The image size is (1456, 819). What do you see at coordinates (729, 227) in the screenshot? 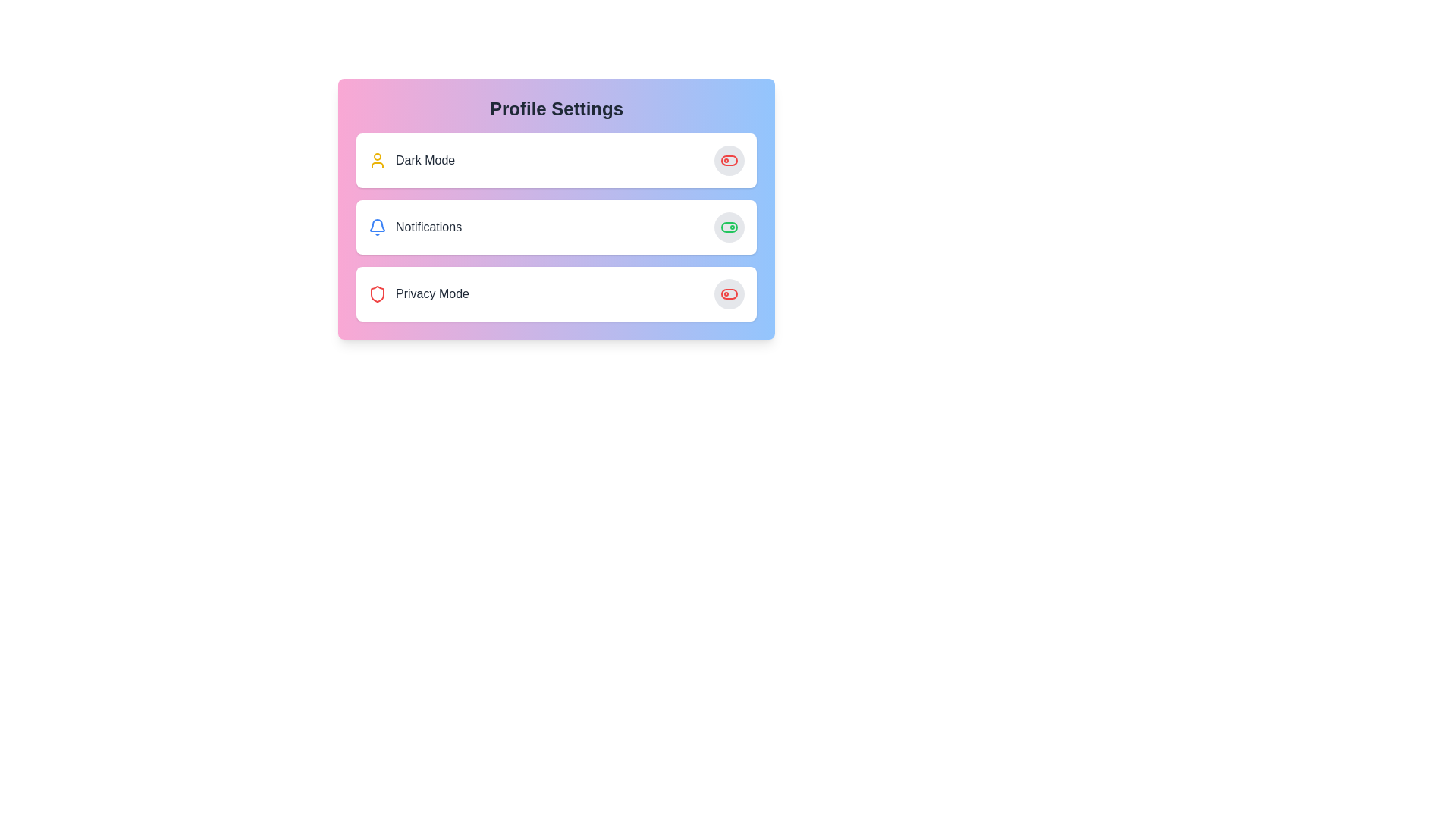
I see `the second toggle switch in the 'Notifications' row of the profile settings interface` at bounding box center [729, 227].